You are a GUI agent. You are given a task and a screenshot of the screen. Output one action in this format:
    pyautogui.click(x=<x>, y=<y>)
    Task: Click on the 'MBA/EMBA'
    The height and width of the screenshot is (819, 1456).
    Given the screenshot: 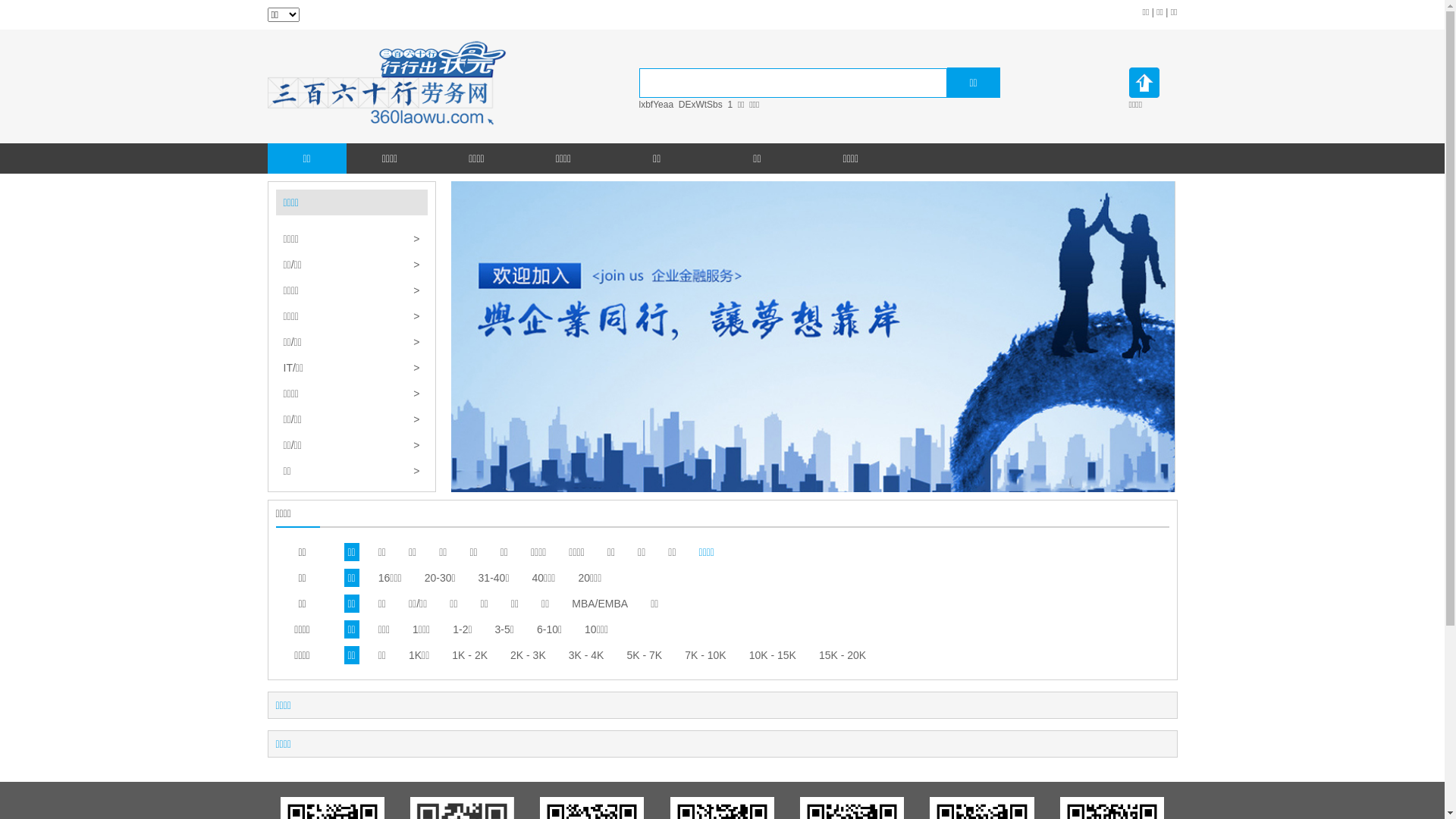 What is the action you would take?
    pyautogui.click(x=599, y=602)
    